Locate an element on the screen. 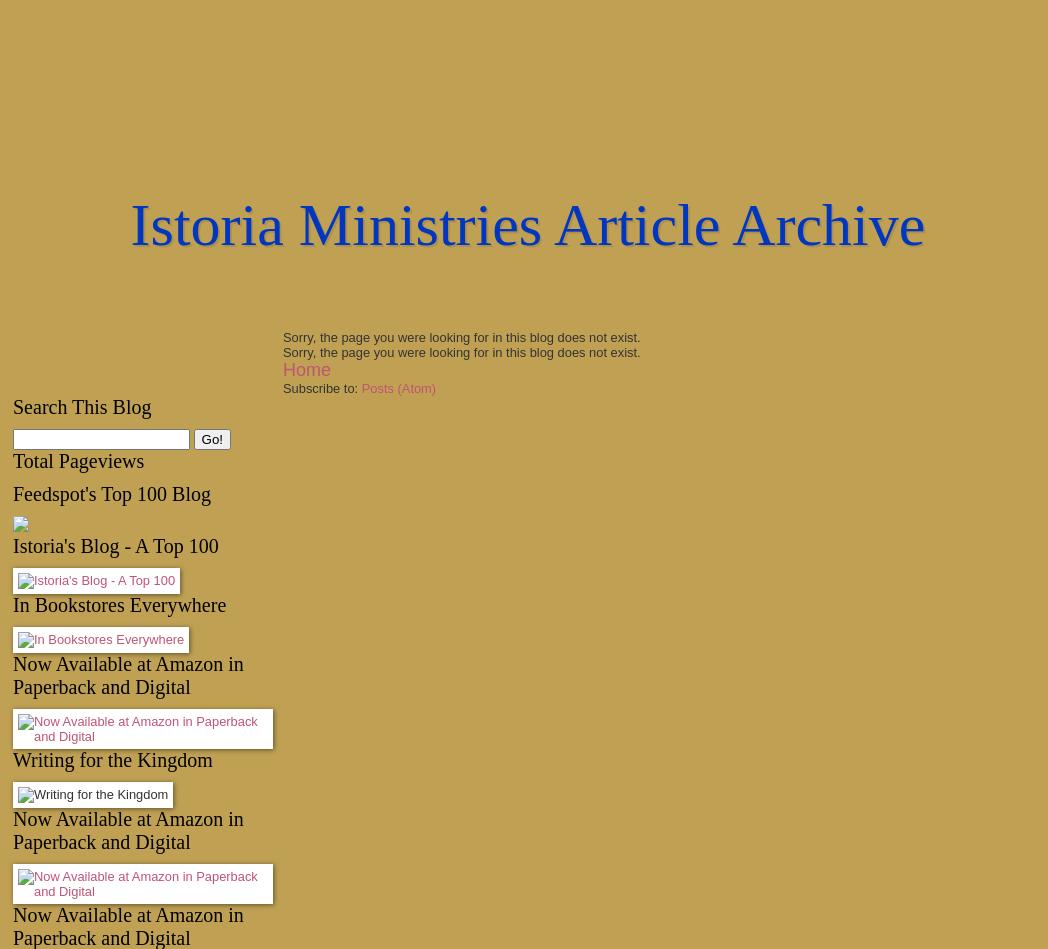 Image resolution: width=1048 pixels, height=949 pixels. 'Subscribe to:' is located at coordinates (281, 388).